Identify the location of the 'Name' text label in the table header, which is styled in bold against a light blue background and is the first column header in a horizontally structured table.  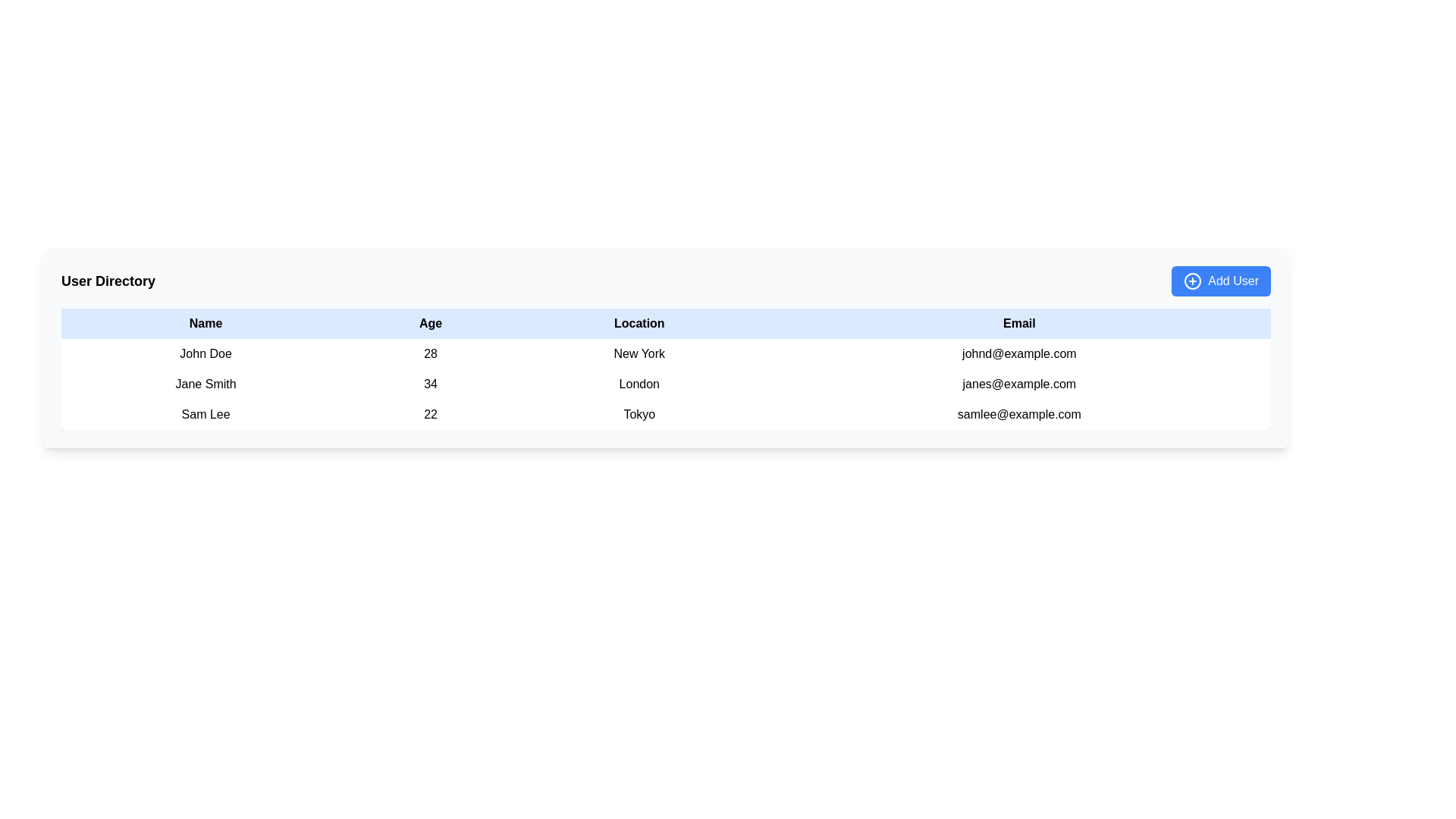
(205, 323).